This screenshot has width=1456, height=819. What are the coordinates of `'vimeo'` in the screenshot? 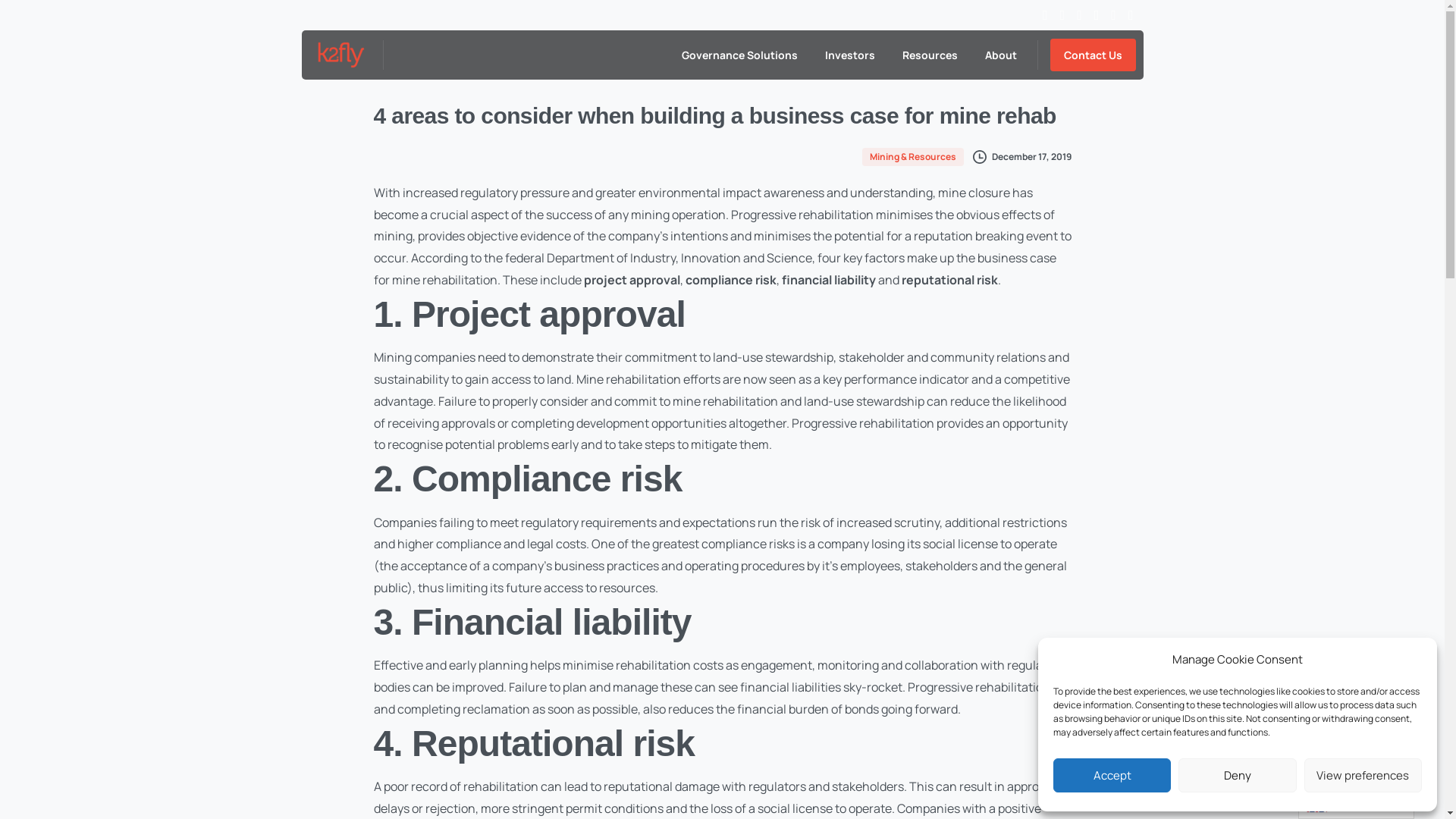 It's located at (1069, 14).